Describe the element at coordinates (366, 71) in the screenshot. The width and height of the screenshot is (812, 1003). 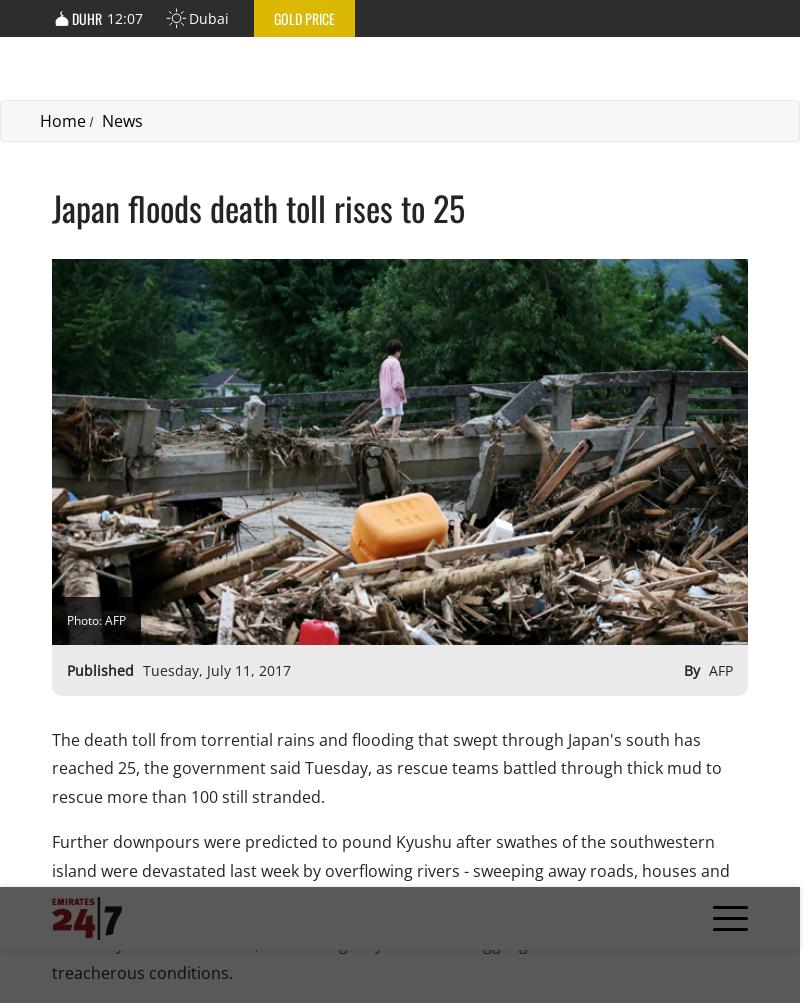
I see `'But many remain stranded, with emergency services struggling to reach them amid treacherous conditions.'` at that location.